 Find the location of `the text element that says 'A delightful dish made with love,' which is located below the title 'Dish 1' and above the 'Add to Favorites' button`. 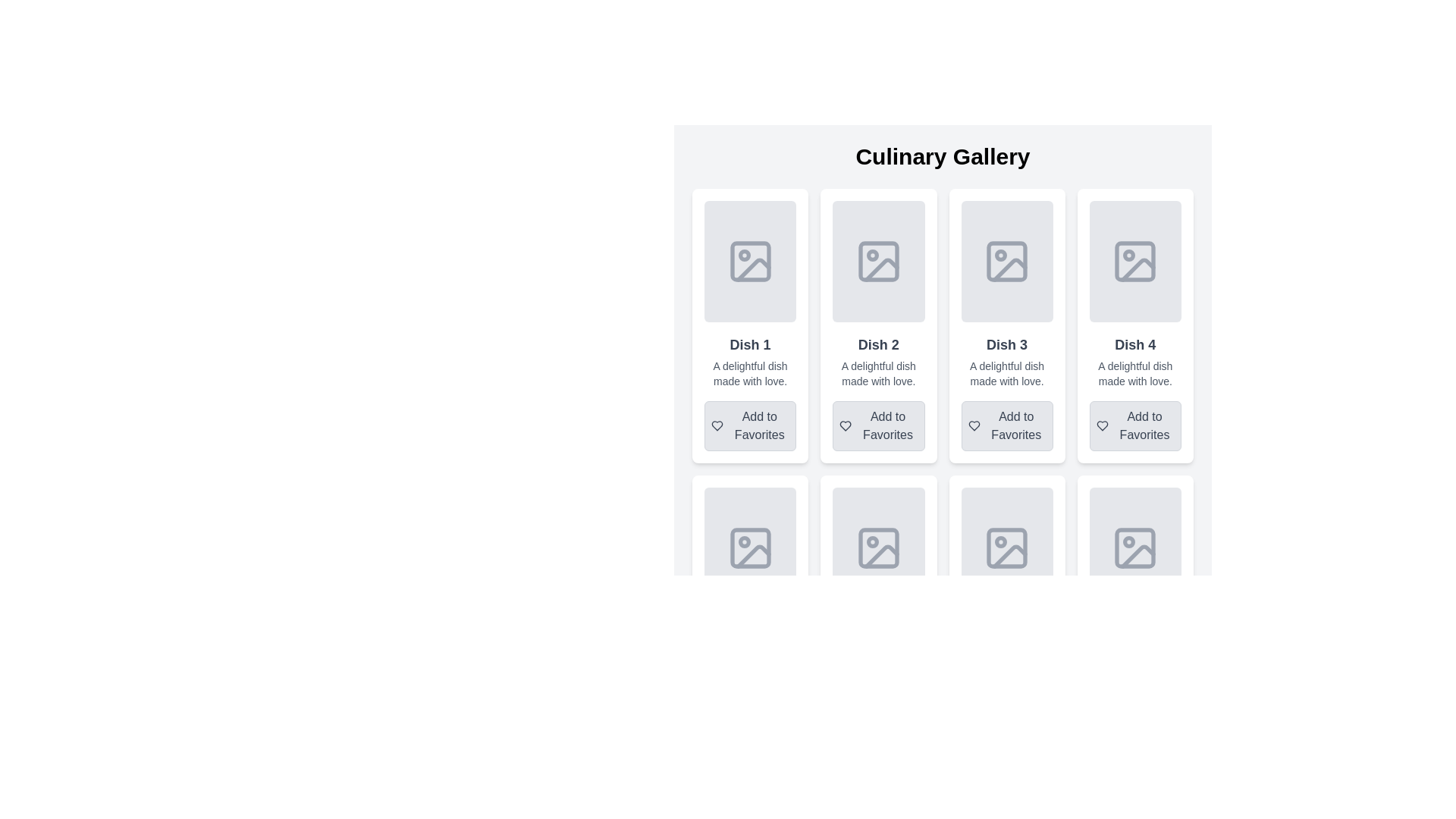

the text element that says 'A delightful dish made with love,' which is located below the title 'Dish 1' and above the 'Add to Favorites' button is located at coordinates (750, 374).